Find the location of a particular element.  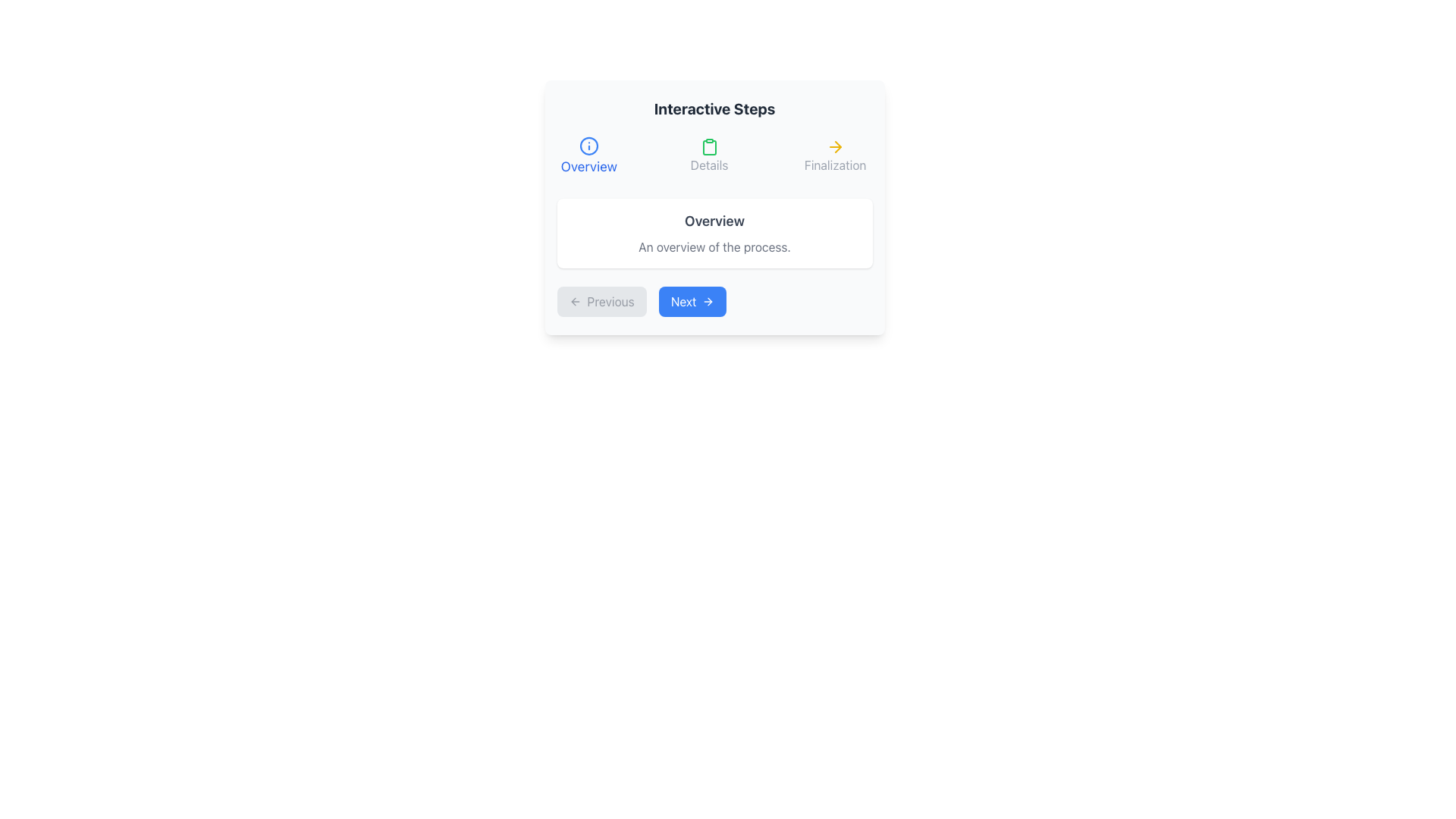

the non-interactive Text block that provides a descriptive overview, located below the 'Interactive Steps' navigation section and above the 'Previous' and 'Next' buttons is located at coordinates (714, 234).